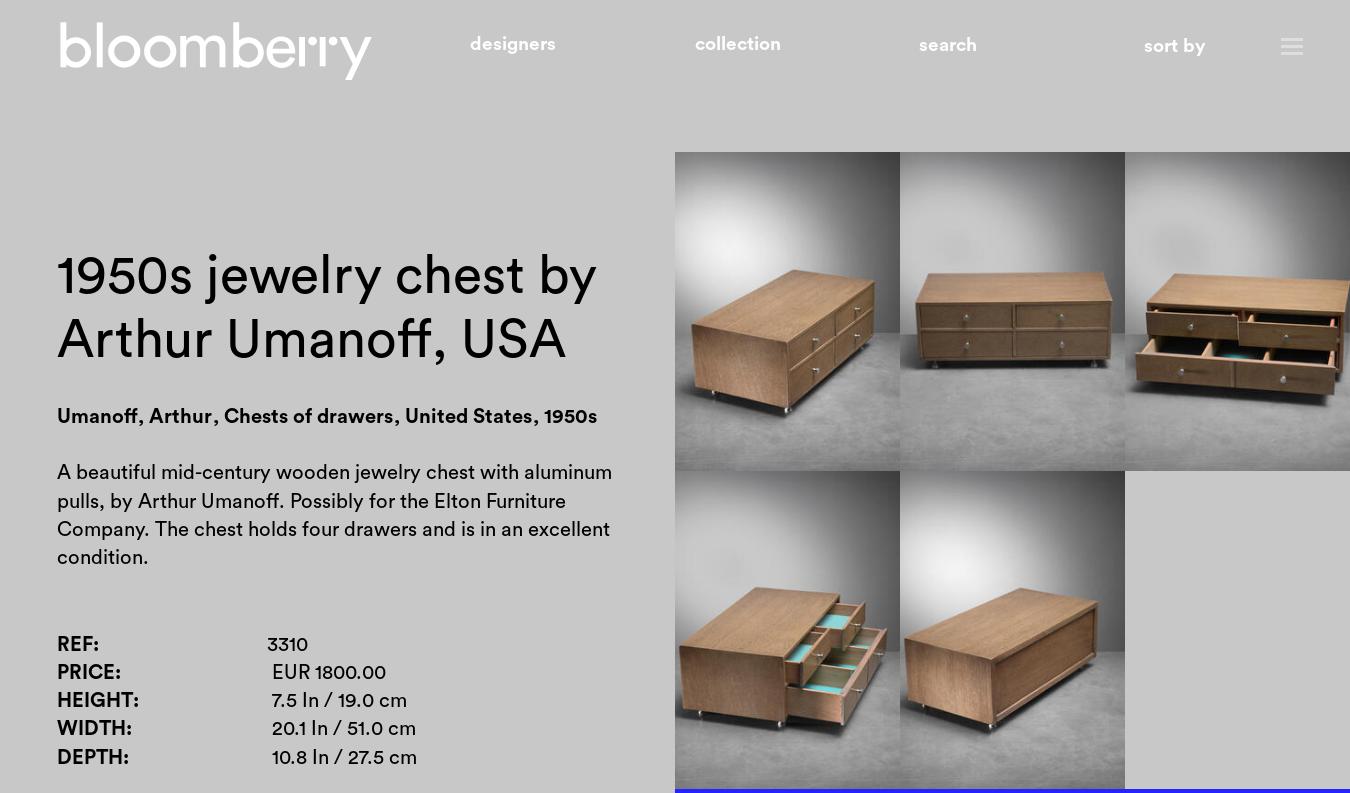 This screenshot has height=793, width=1350. I want to click on 'A beautiful mid-century wooden jewelry chest with aluminum pulls, by Arthur Umanoff. Possibly for the Elton Furniture Company. The chest holds four drawers and is in an excellent condition.', so click(55, 515).